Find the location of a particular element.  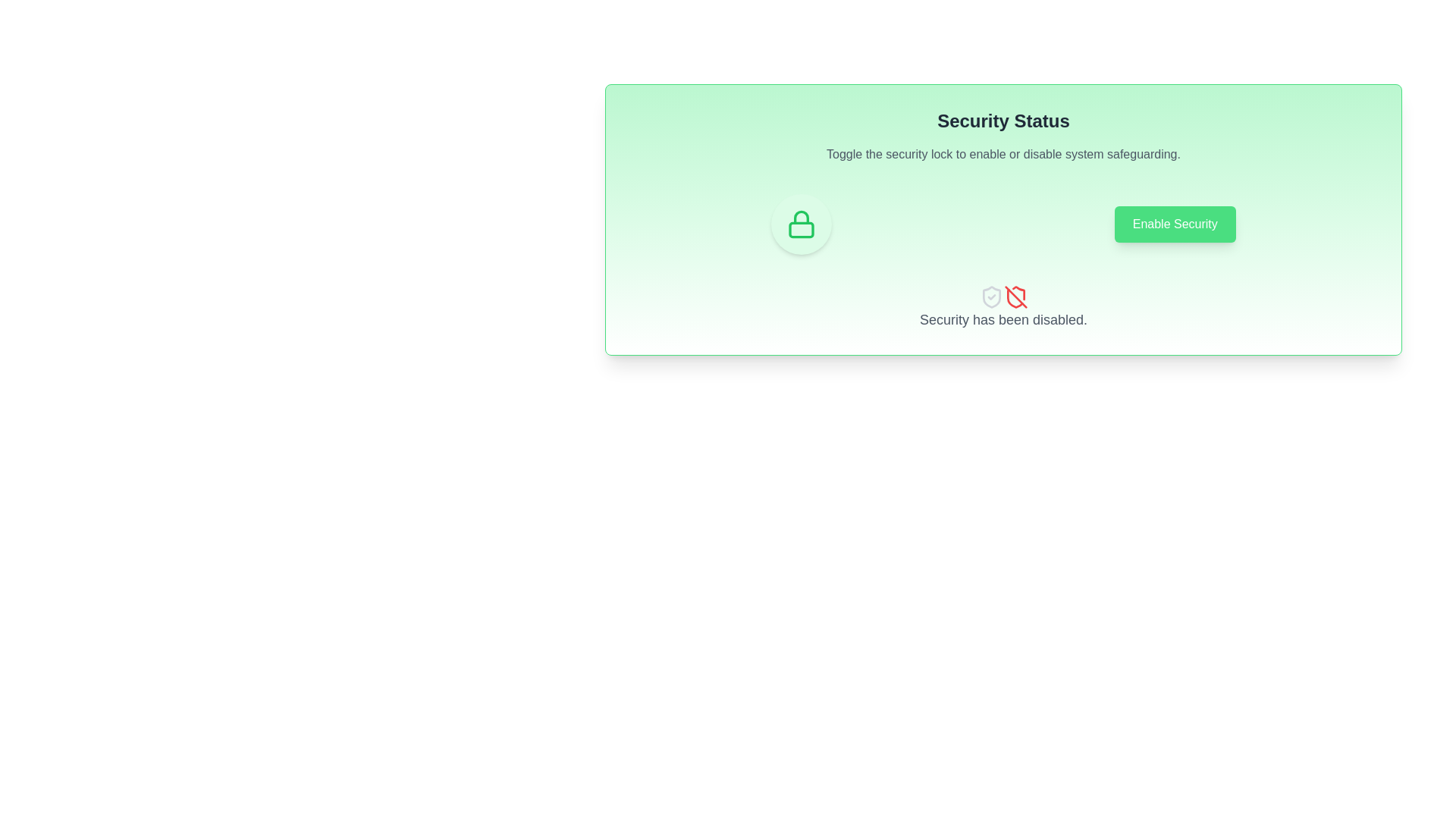

the 'Security Status' text label, which is prominently displayed at the top of its section with a bold, large font in dark gray color is located at coordinates (1003, 120).